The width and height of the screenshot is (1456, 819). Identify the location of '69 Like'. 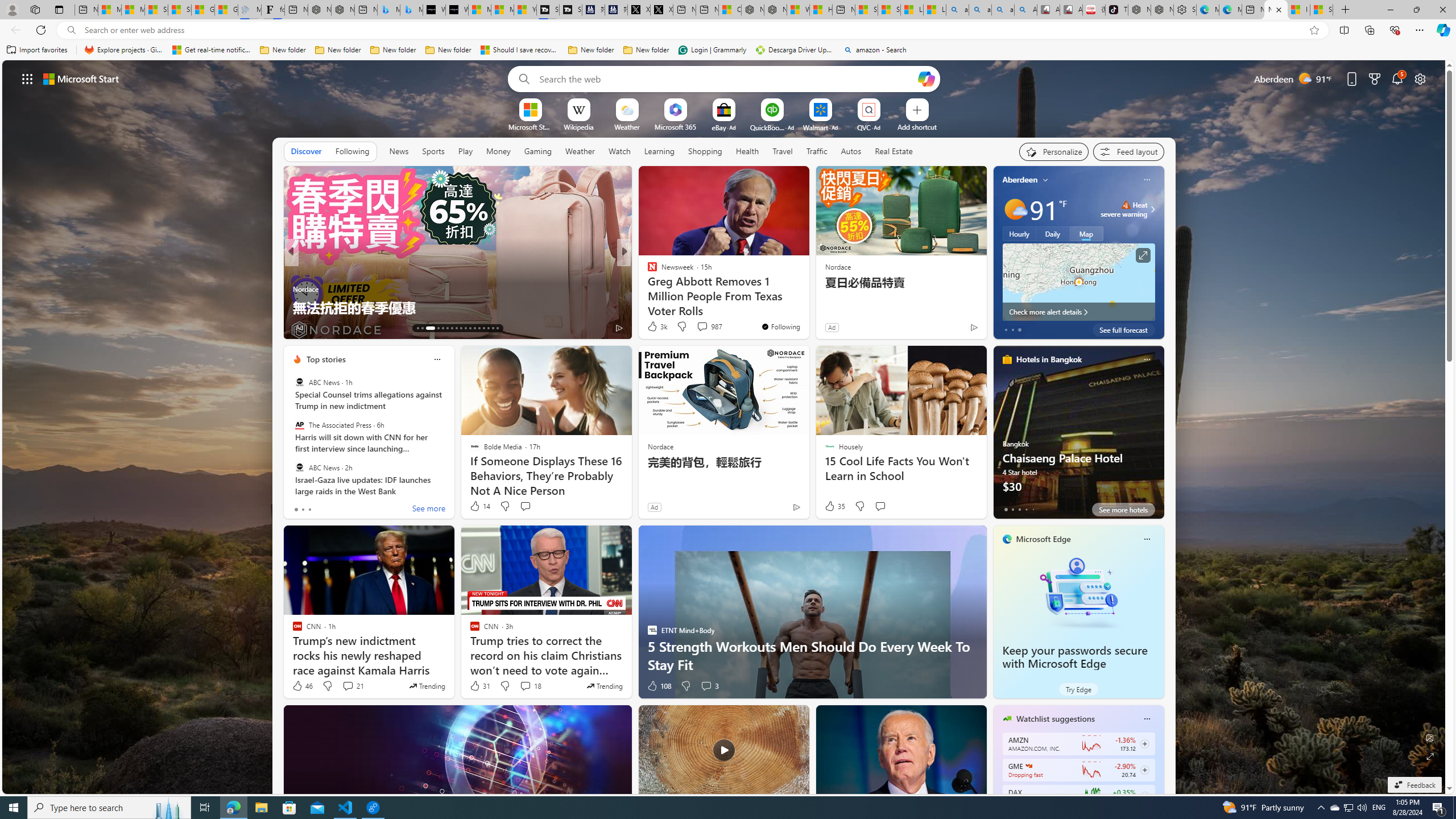
(652, 327).